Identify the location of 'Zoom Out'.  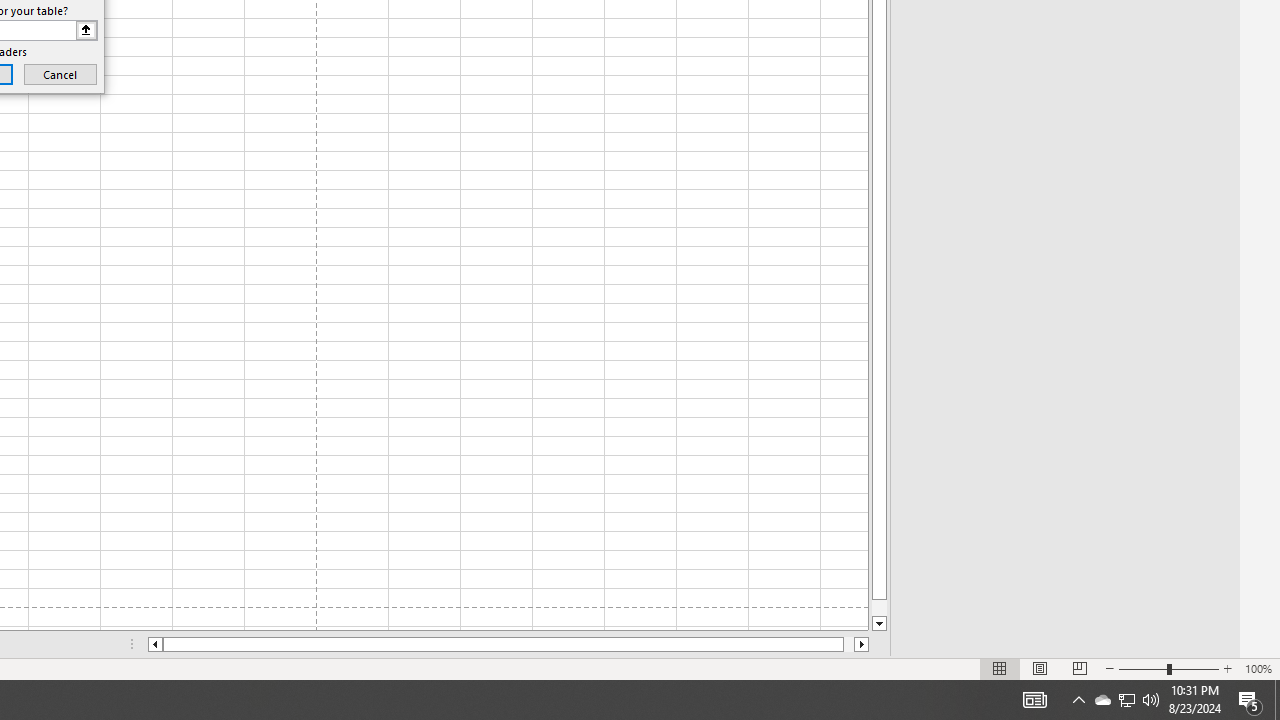
(1143, 669).